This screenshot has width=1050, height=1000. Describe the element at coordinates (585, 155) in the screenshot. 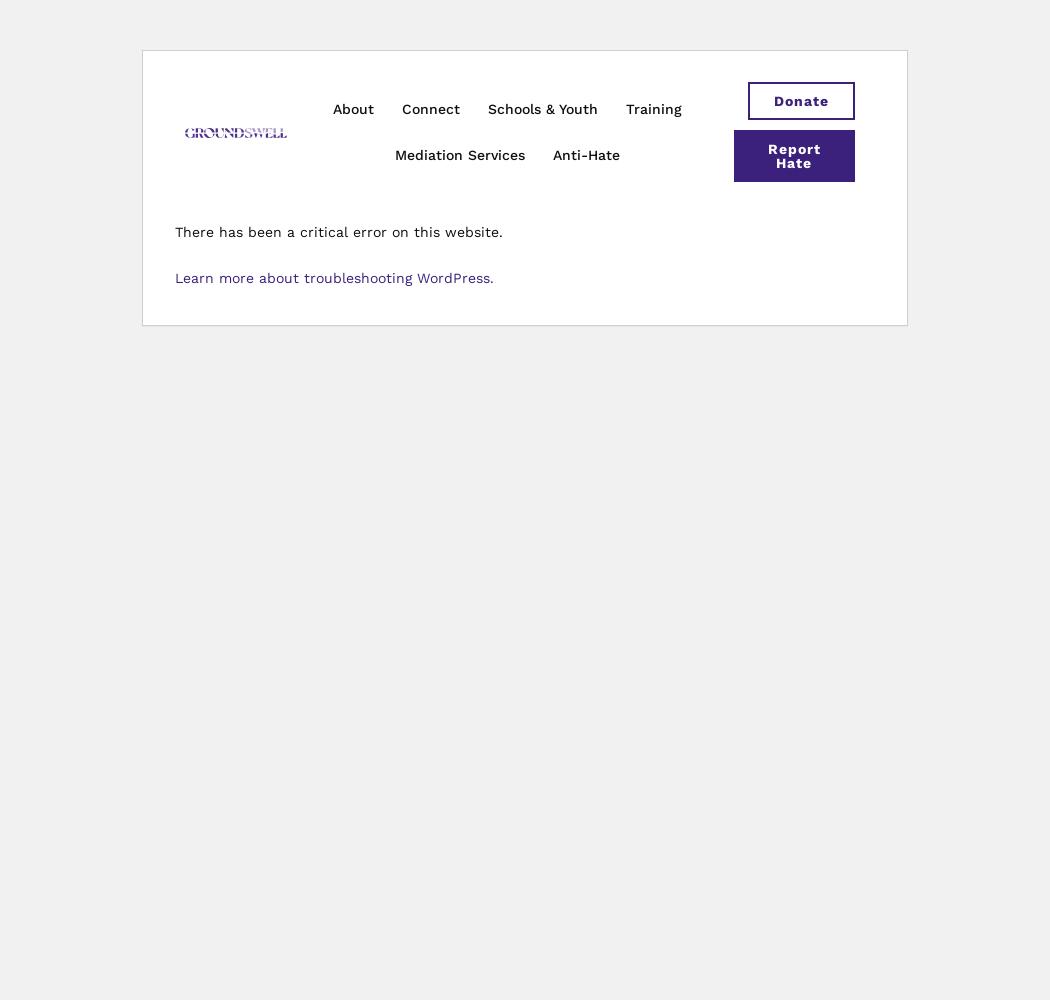

I see `'Anti-Hate'` at that location.